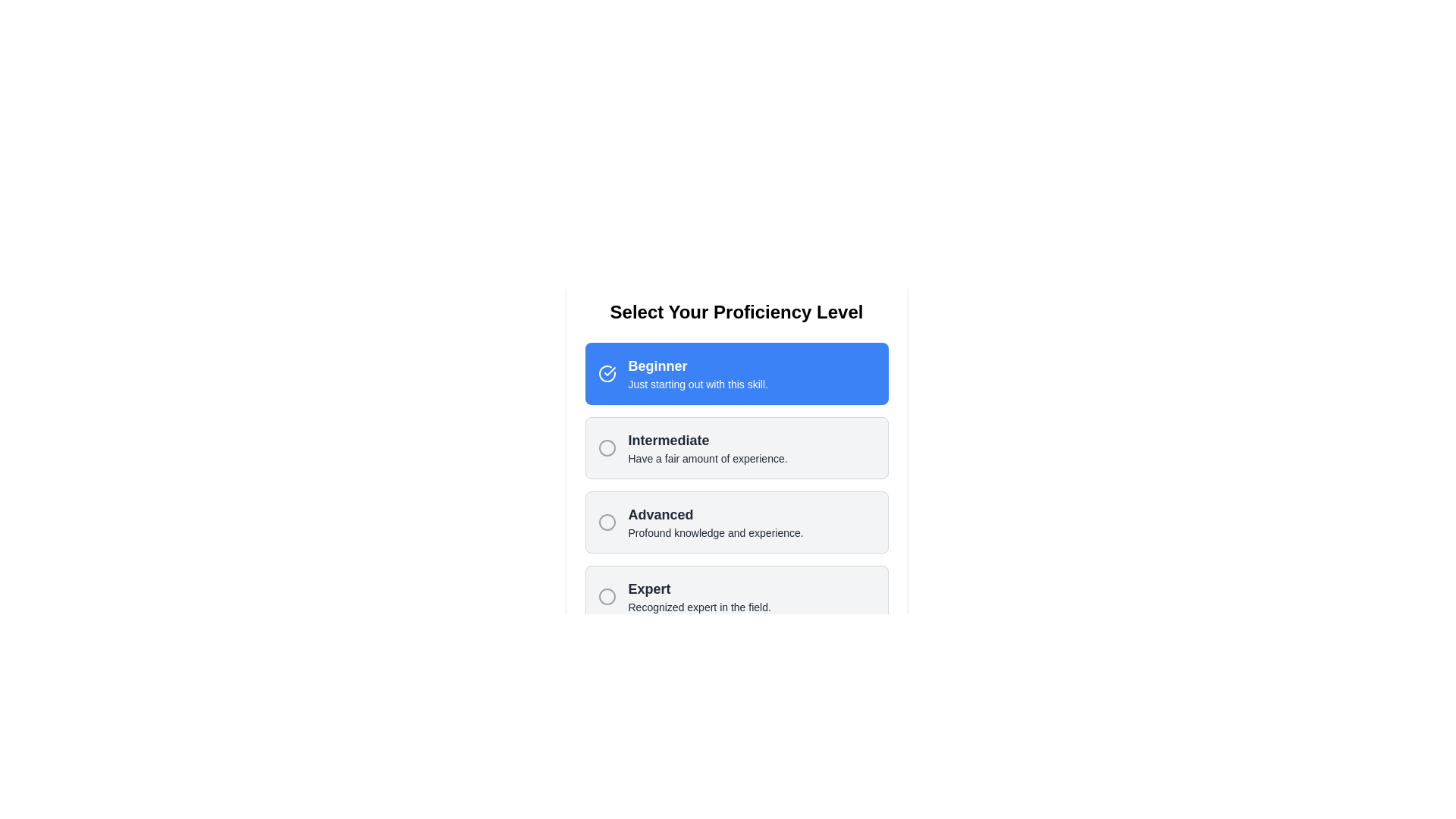 The image size is (1456, 819). What do you see at coordinates (736, 485) in the screenshot?
I see `the 'Intermediate' proficiency section in the selectable list` at bounding box center [736, 485].